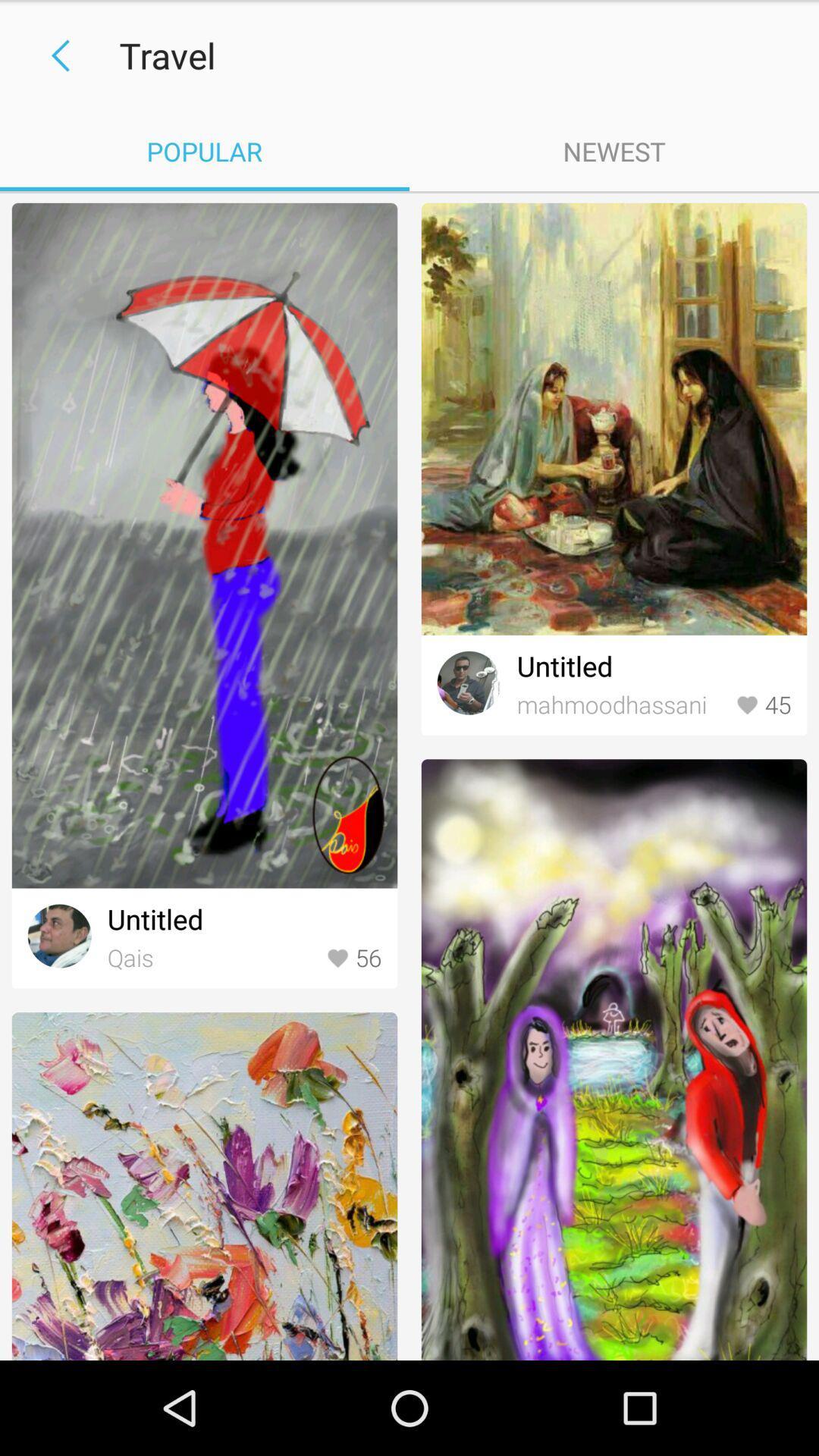  I want to click on icon to the right of qais, so click(353, 958).